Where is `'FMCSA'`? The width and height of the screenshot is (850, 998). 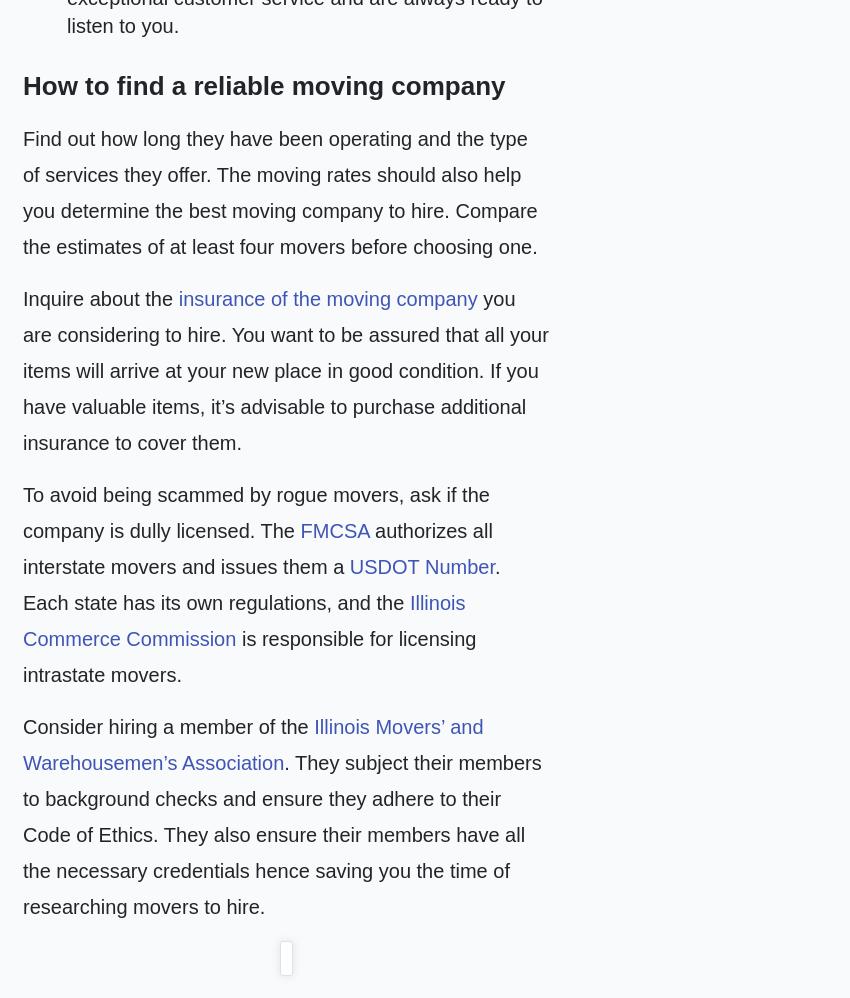
'FMCSA' is located at coordinates (334, 531).